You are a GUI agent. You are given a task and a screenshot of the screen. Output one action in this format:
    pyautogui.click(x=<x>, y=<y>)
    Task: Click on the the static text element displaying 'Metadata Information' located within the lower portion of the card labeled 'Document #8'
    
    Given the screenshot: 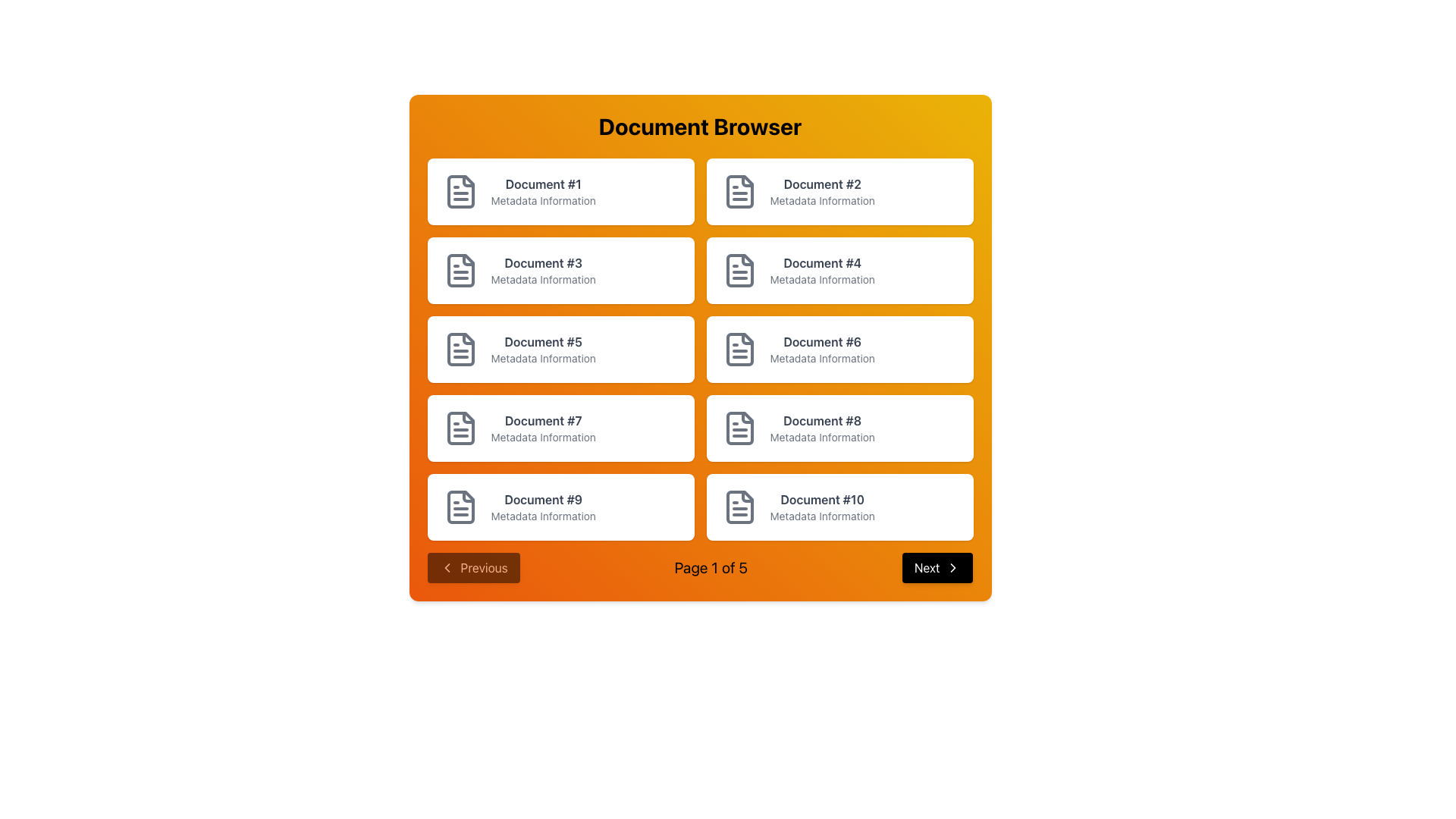 What is the action you would take?
    pyautogui.click(x=821, y=438)
    